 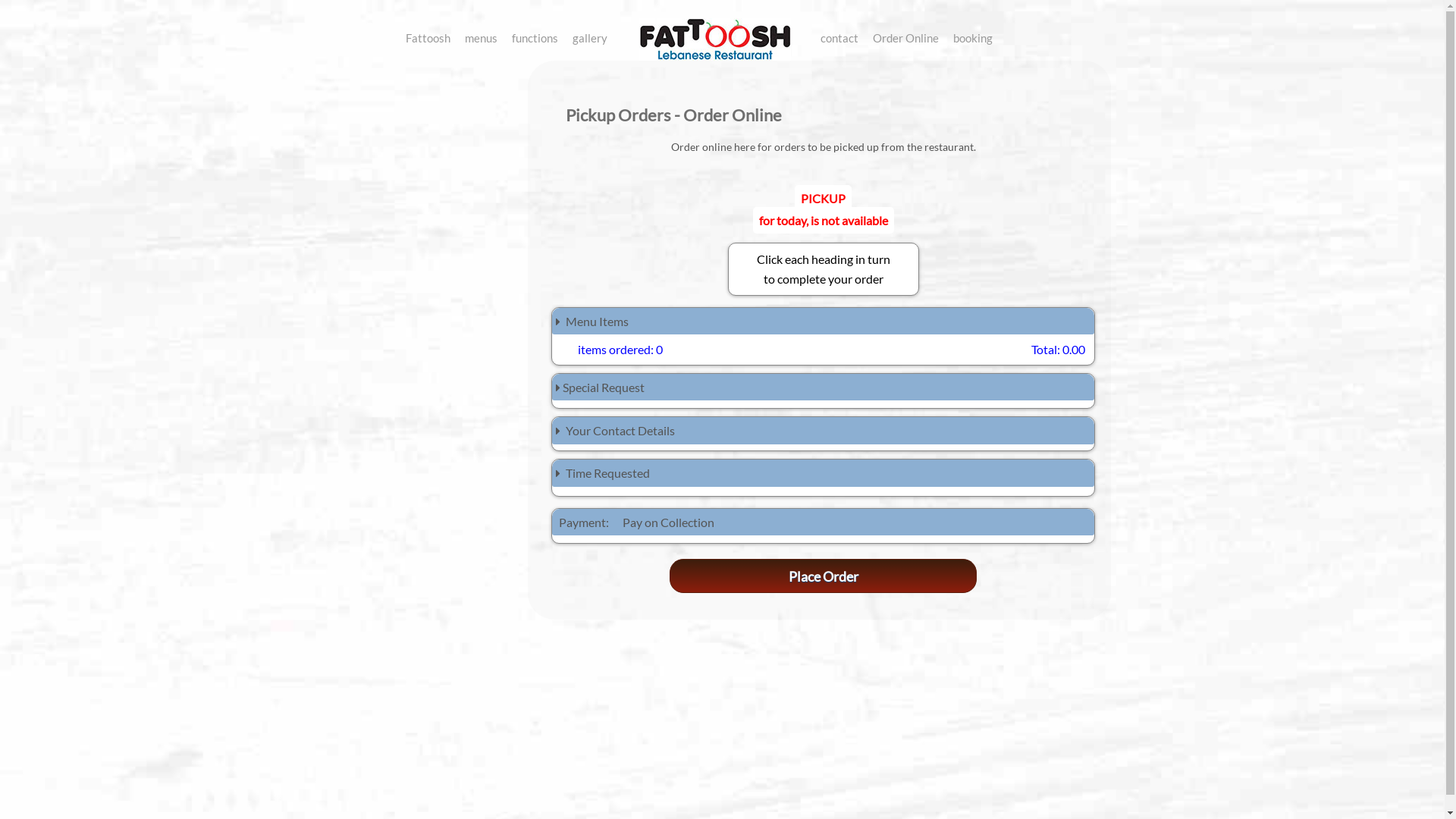 I want to click on 'booking', so click(x=972, y=34).